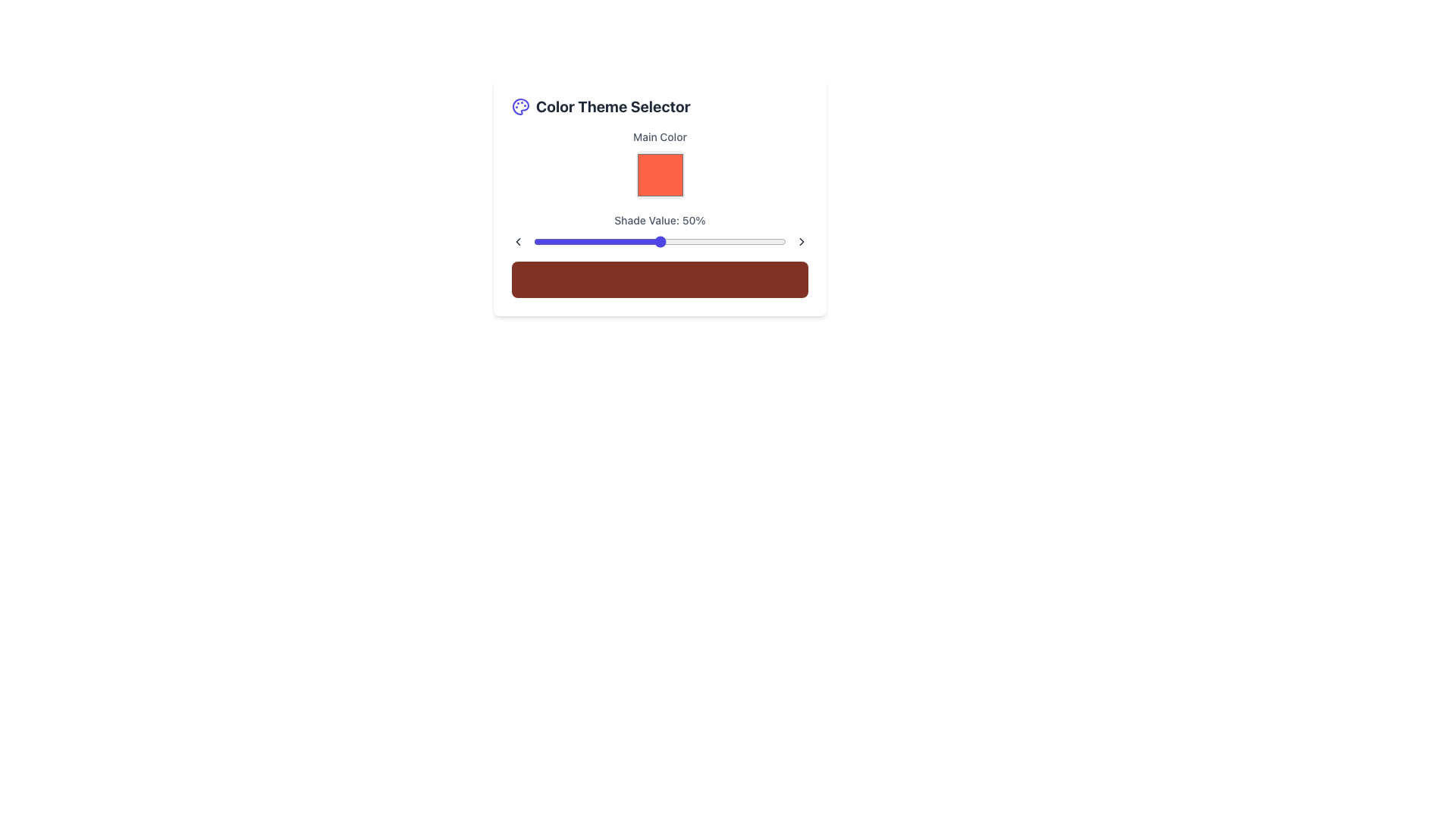 This screenshot has height=819, width=1456. I want to click on the palette icon located in the top-left corner of the 'Color Theme Selector' card interface, which visually represents a circular palette with paint wells, so click(520, 106).